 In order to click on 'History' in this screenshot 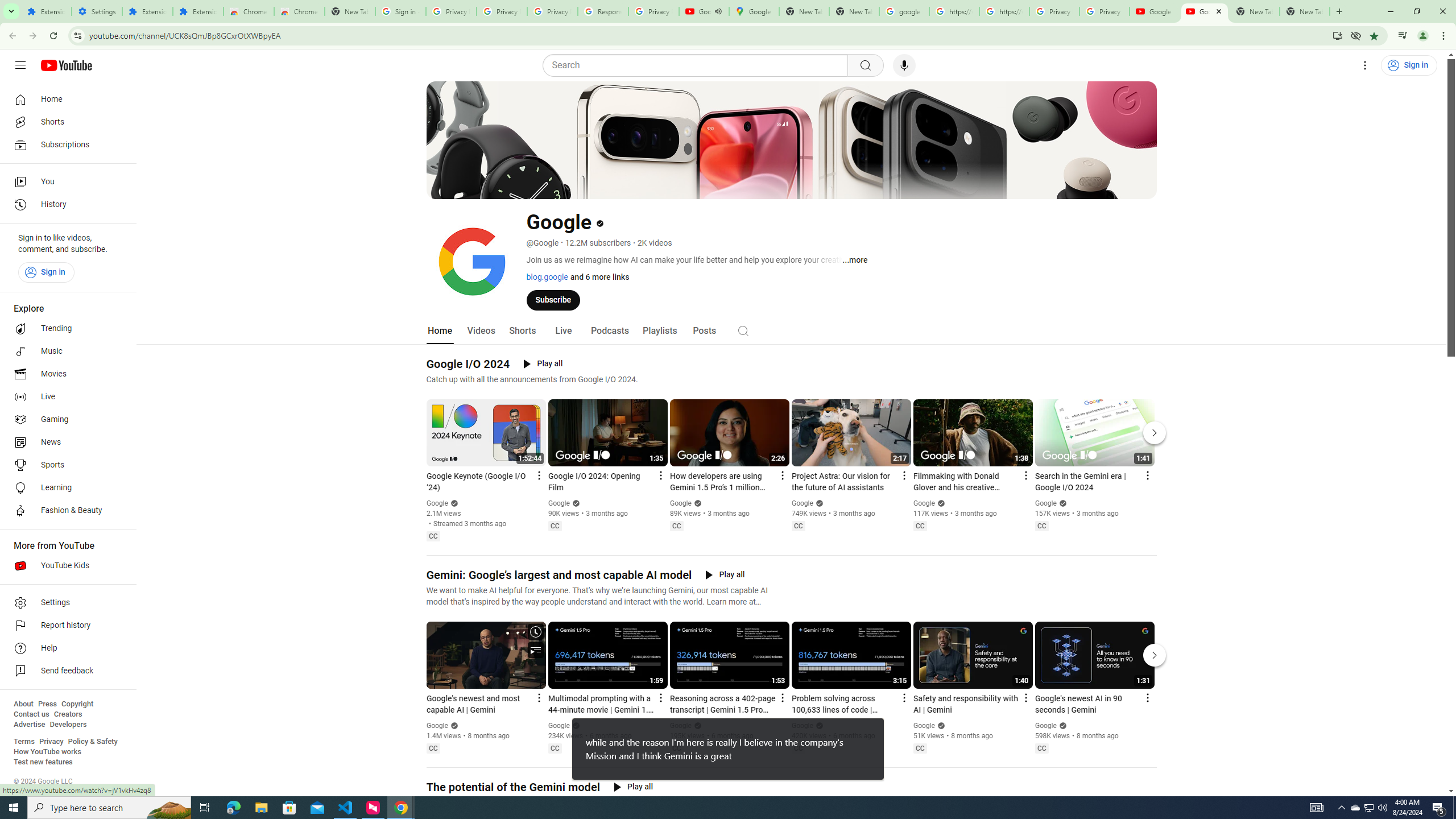, I will do `click(64, 205)`.